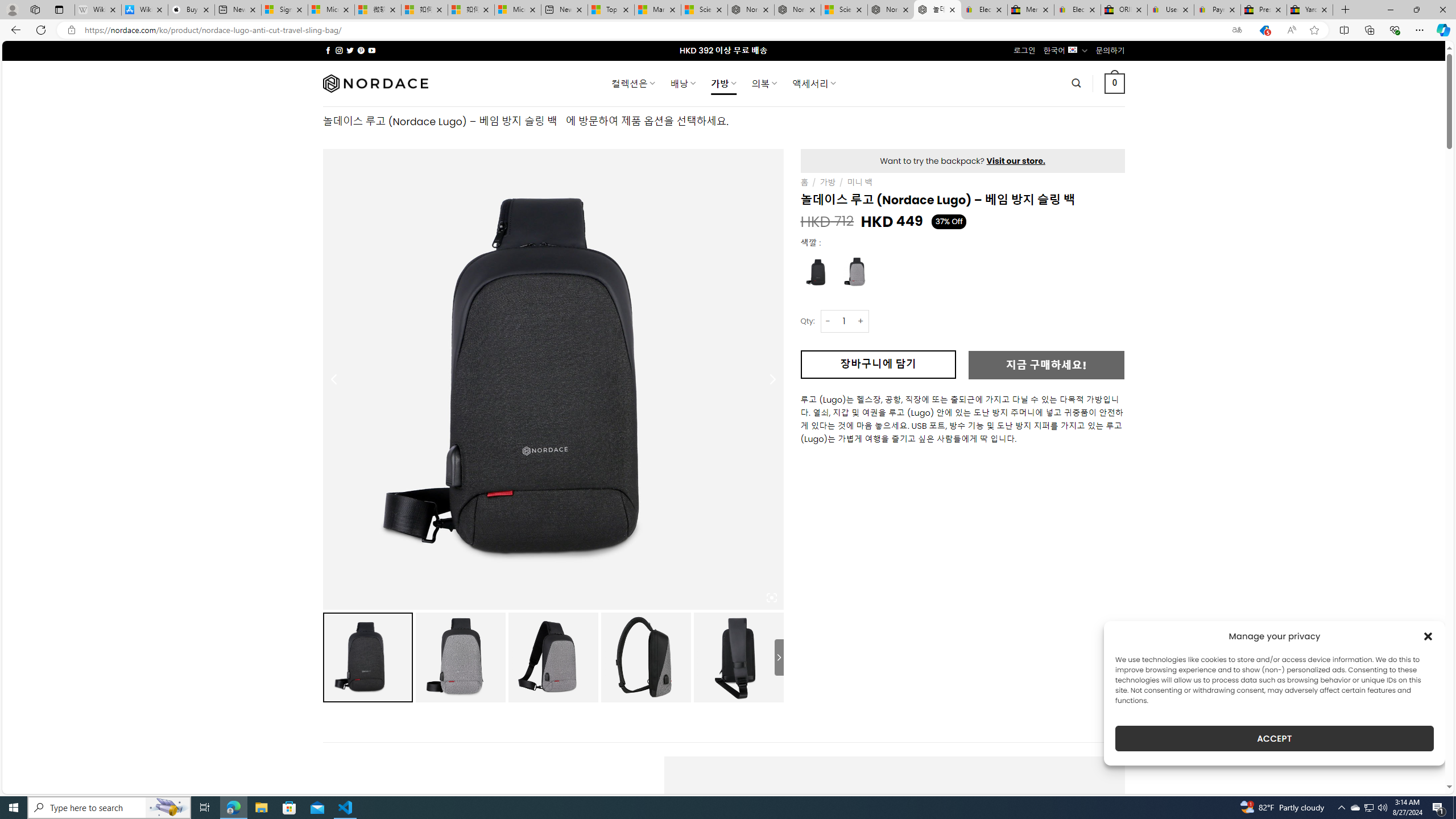 The image size is (1456, 819). I want to click on 'Wikipedia - Sleeping', so click(97, 9).